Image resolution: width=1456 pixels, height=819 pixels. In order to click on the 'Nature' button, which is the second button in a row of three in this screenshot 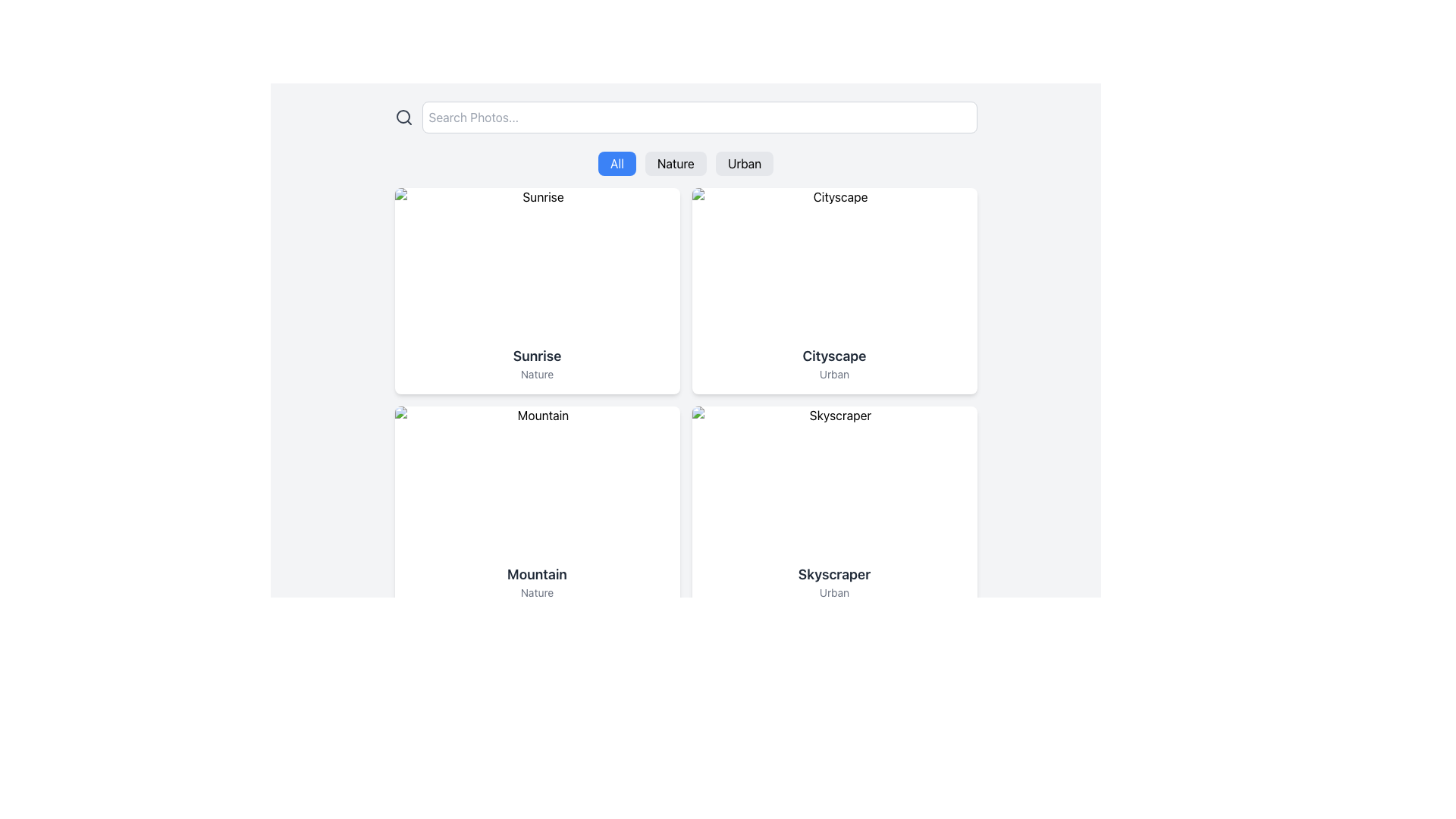, I will do `click(675, 164)`.